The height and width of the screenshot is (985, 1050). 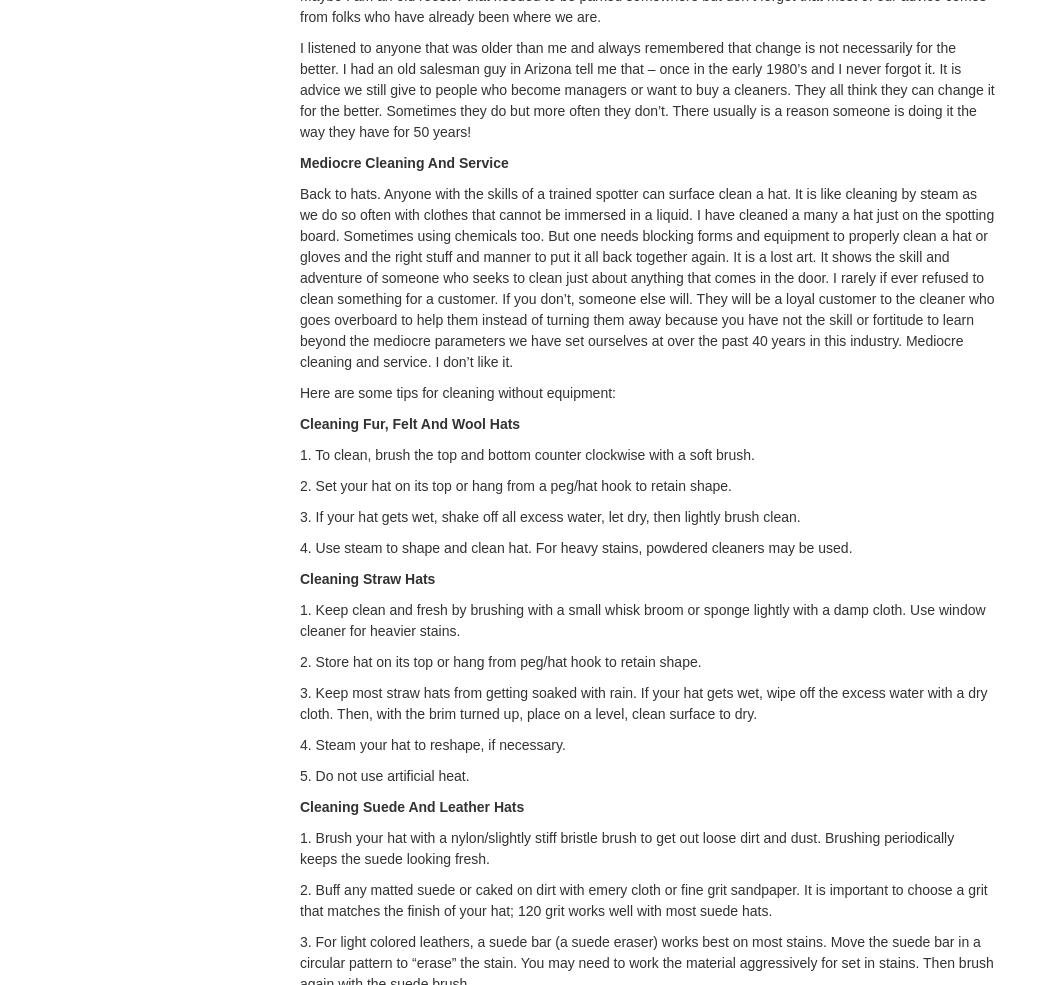 I want to click on '1. Keep clean and fresh by brushing with a small whisk broom or sponge lightly with a damp cloth. Use window cleaner for heavier stains.', so click(x=641, y=619).